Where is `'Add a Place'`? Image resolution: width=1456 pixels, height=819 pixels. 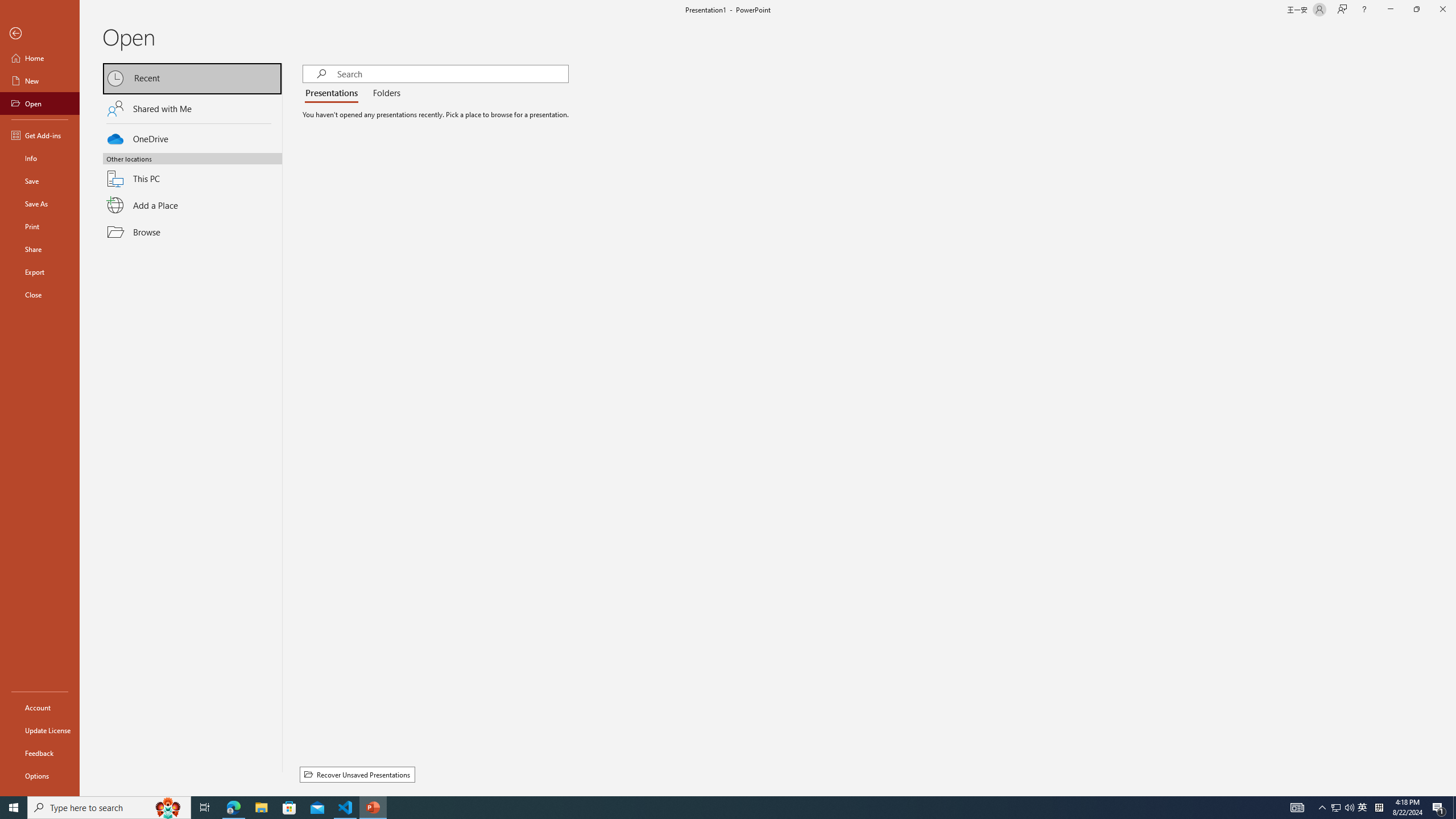 'Add a Place' is located at coordinates (192, 205).